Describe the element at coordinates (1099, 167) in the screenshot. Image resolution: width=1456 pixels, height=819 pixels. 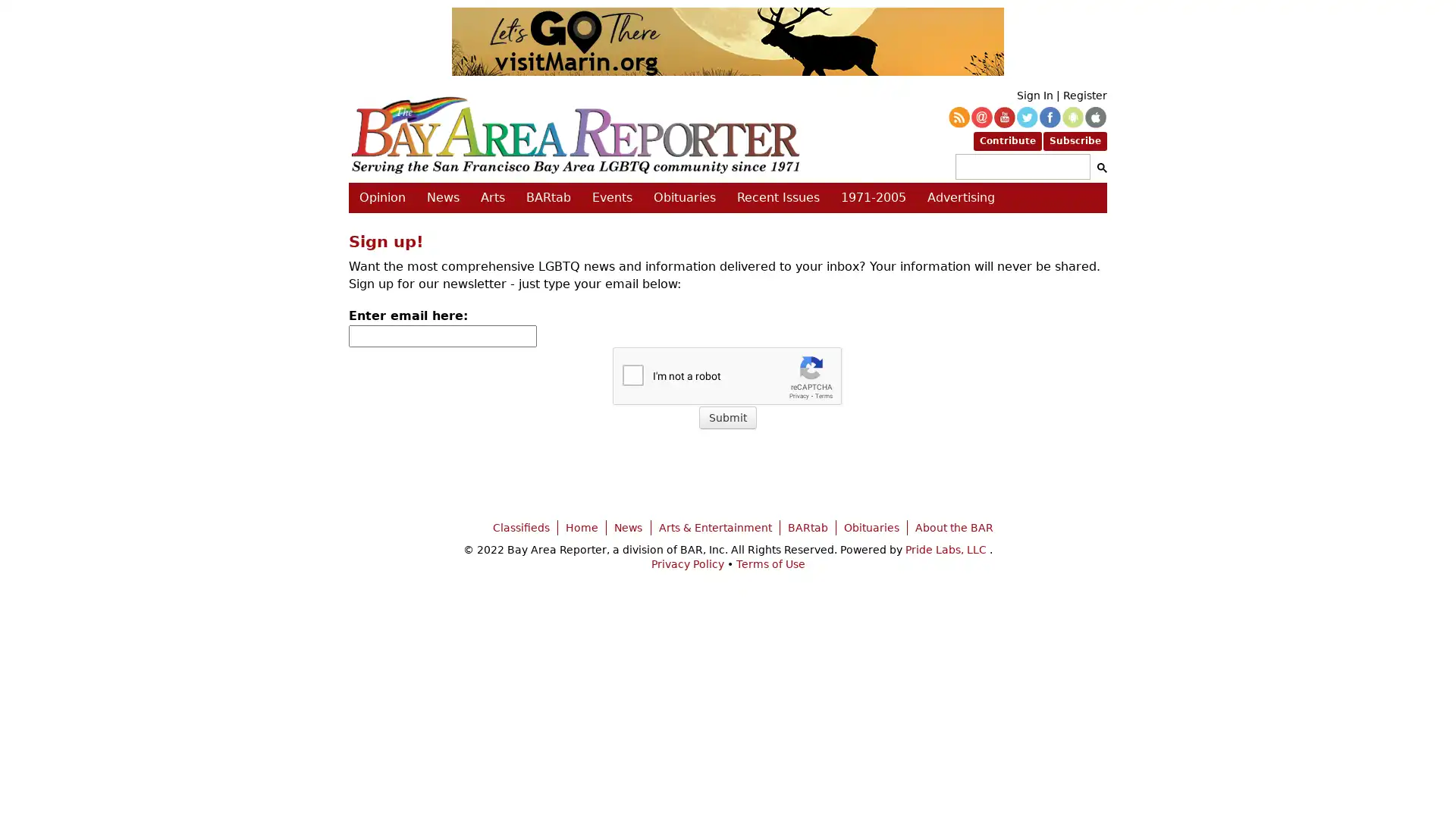
I see `search` at that location.